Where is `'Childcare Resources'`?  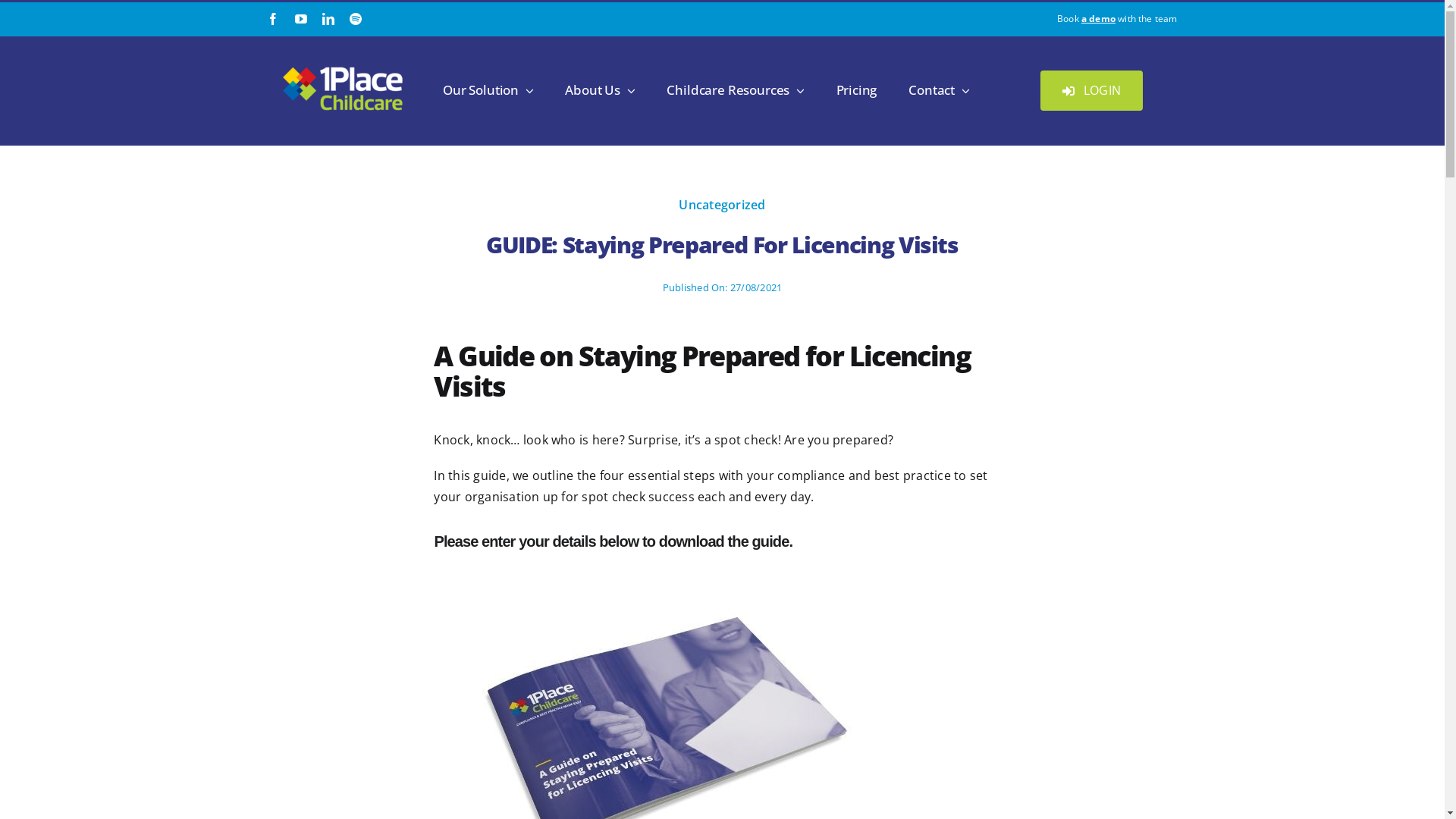 'Childcare Resources' is located at coordinates (735, 90).